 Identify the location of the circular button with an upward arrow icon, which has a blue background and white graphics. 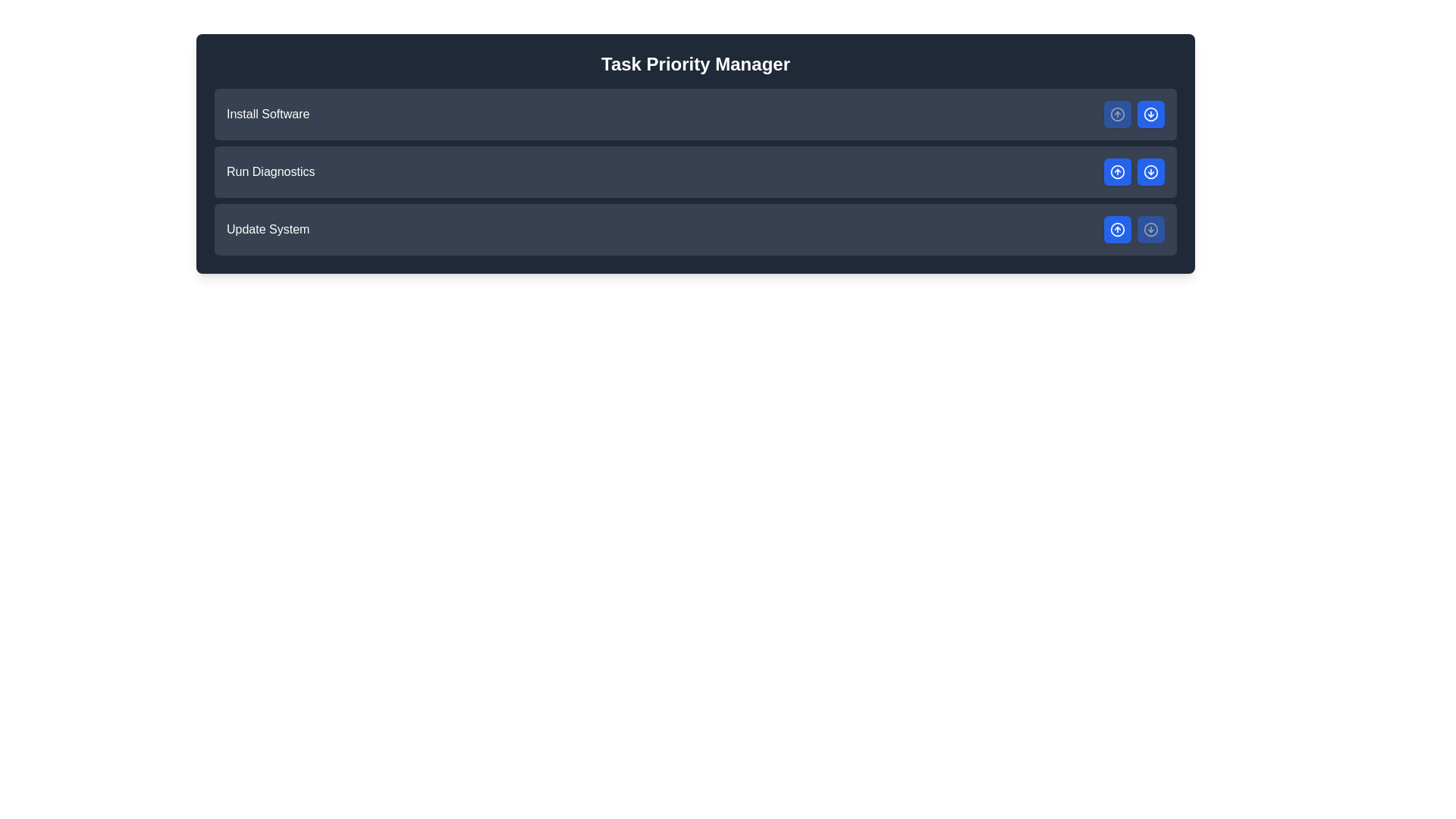
(1117, 230).